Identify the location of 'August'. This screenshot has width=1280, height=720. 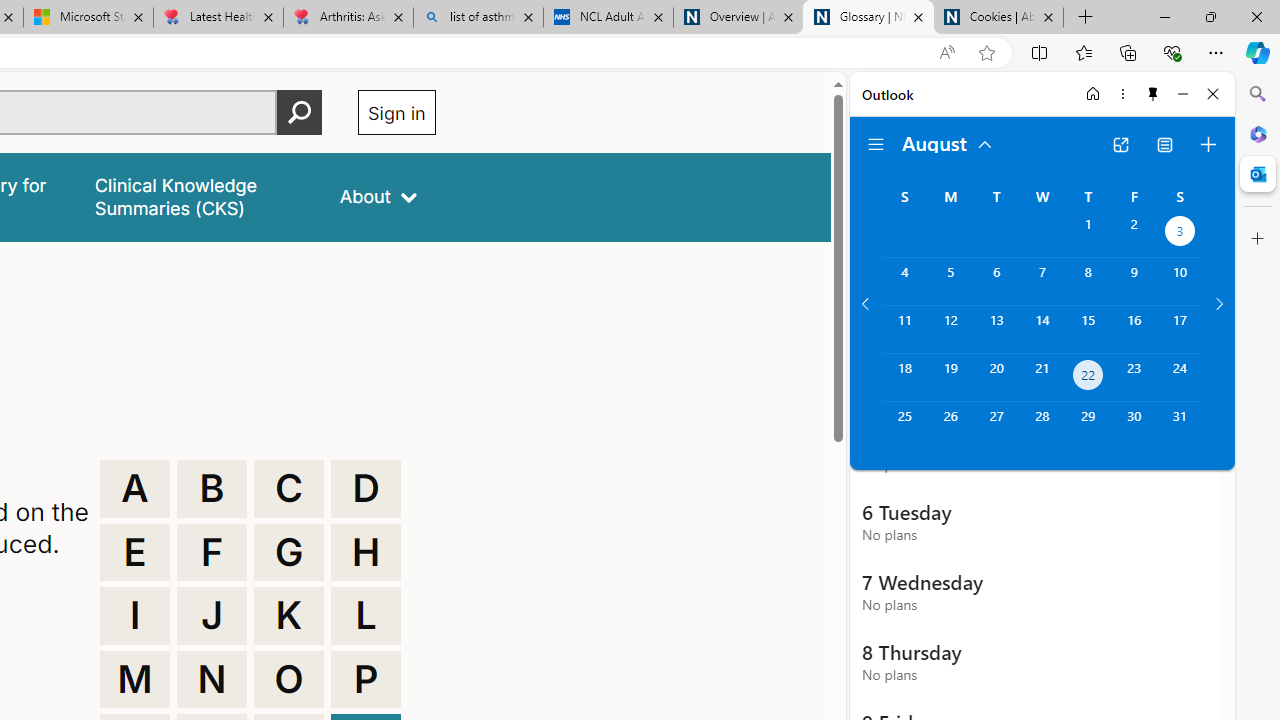
(947, 141).